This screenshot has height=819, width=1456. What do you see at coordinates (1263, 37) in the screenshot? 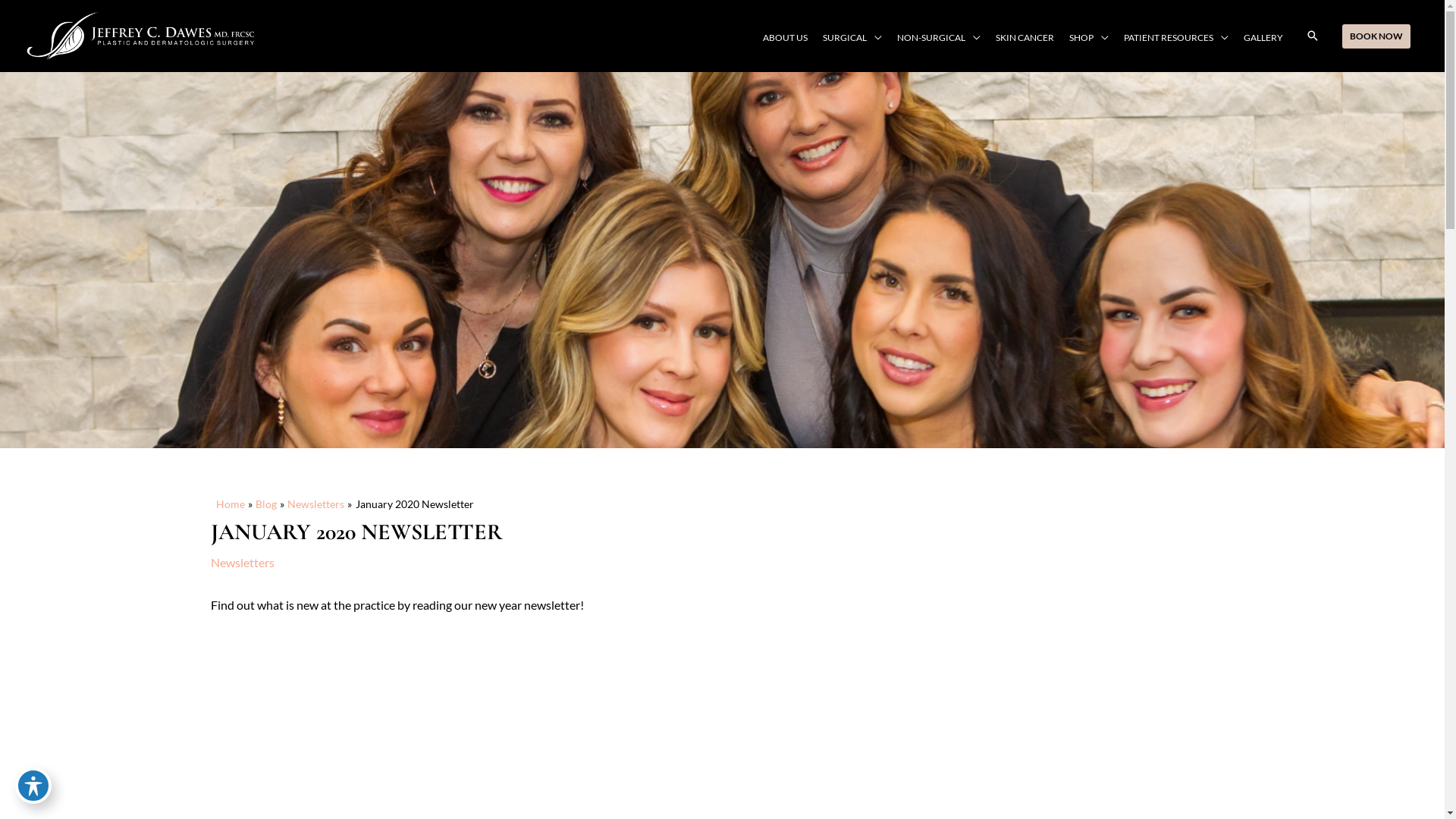
I see `'GALLERY'` at bounding box center [1263, 37].